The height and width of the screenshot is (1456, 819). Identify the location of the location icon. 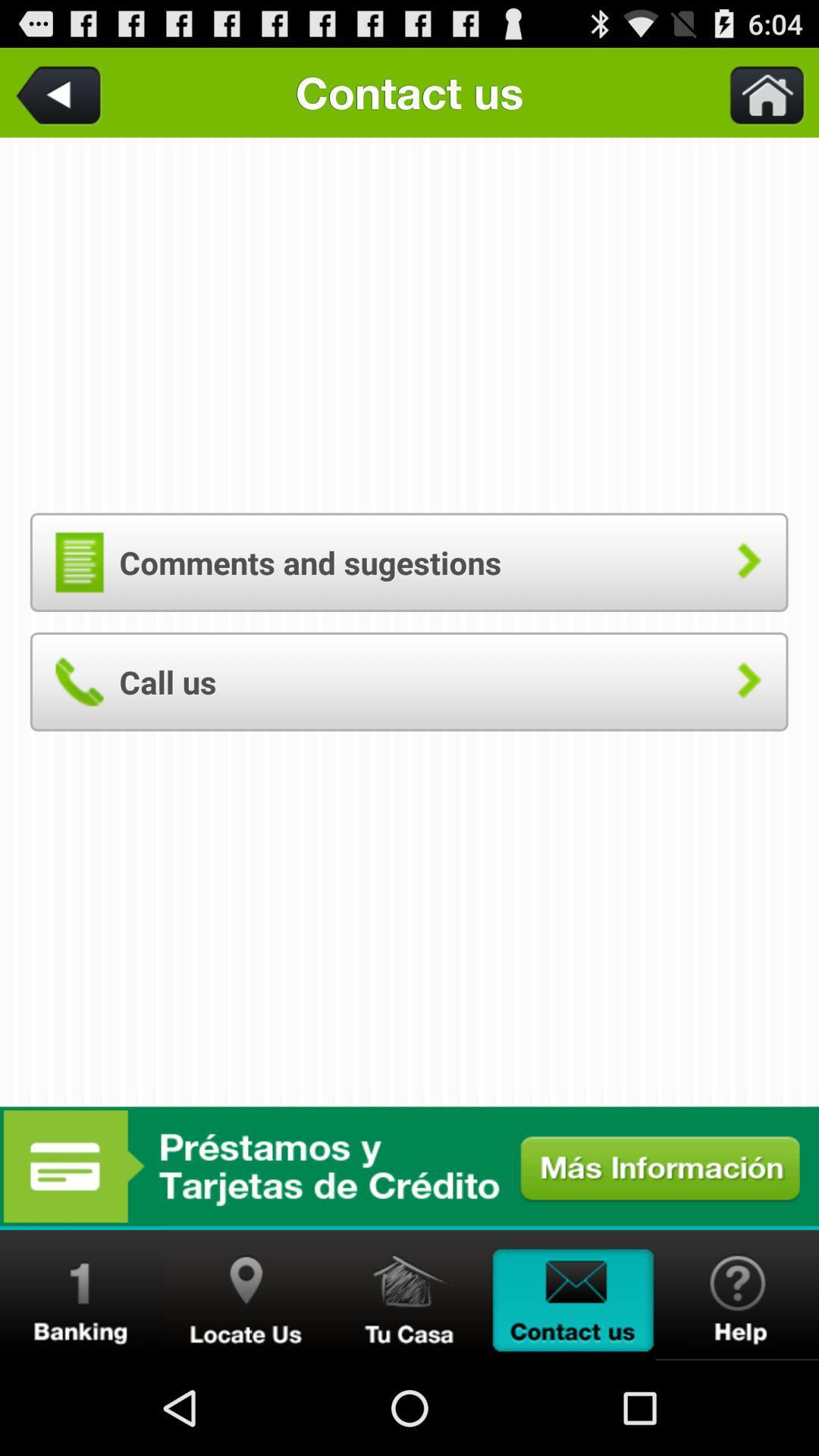
(245, 1386).